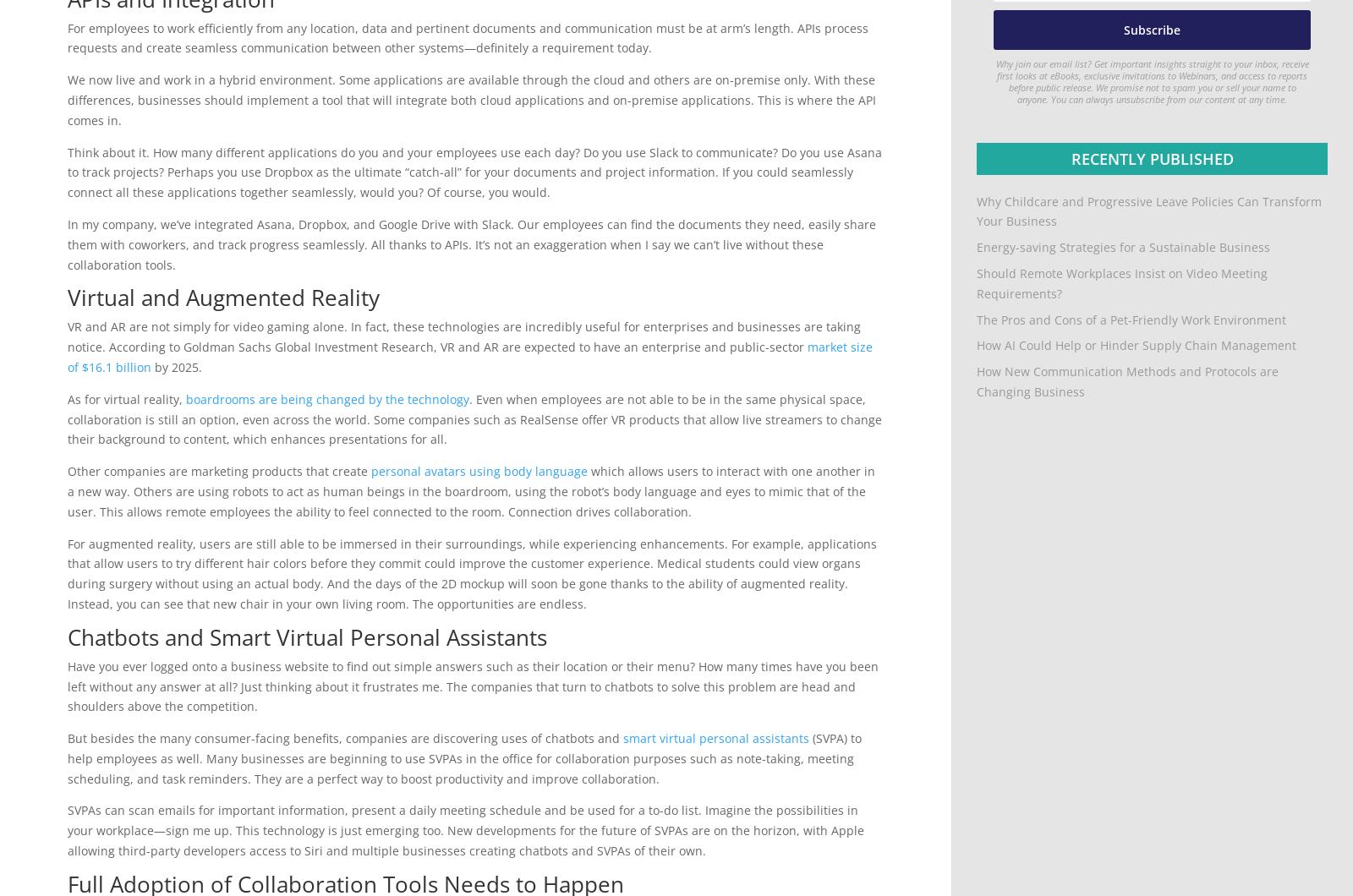  I want to click on 'But besides the many consumer-facing benefits, companies are discovering uses of chatbots and', so click(344, 738).